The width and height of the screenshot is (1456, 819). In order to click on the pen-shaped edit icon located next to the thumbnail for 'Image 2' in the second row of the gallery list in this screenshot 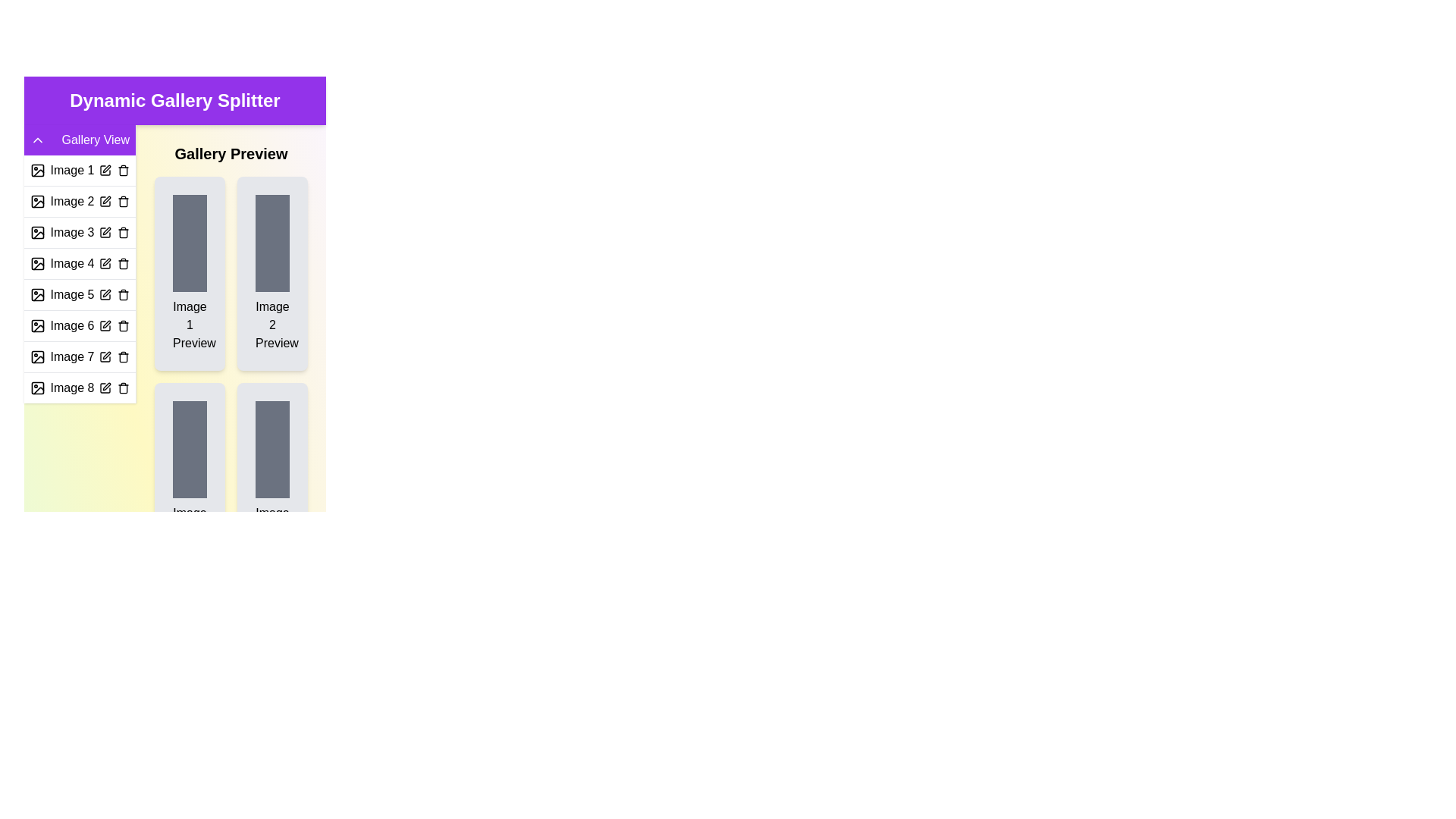, I will do `click(105, 199)`.